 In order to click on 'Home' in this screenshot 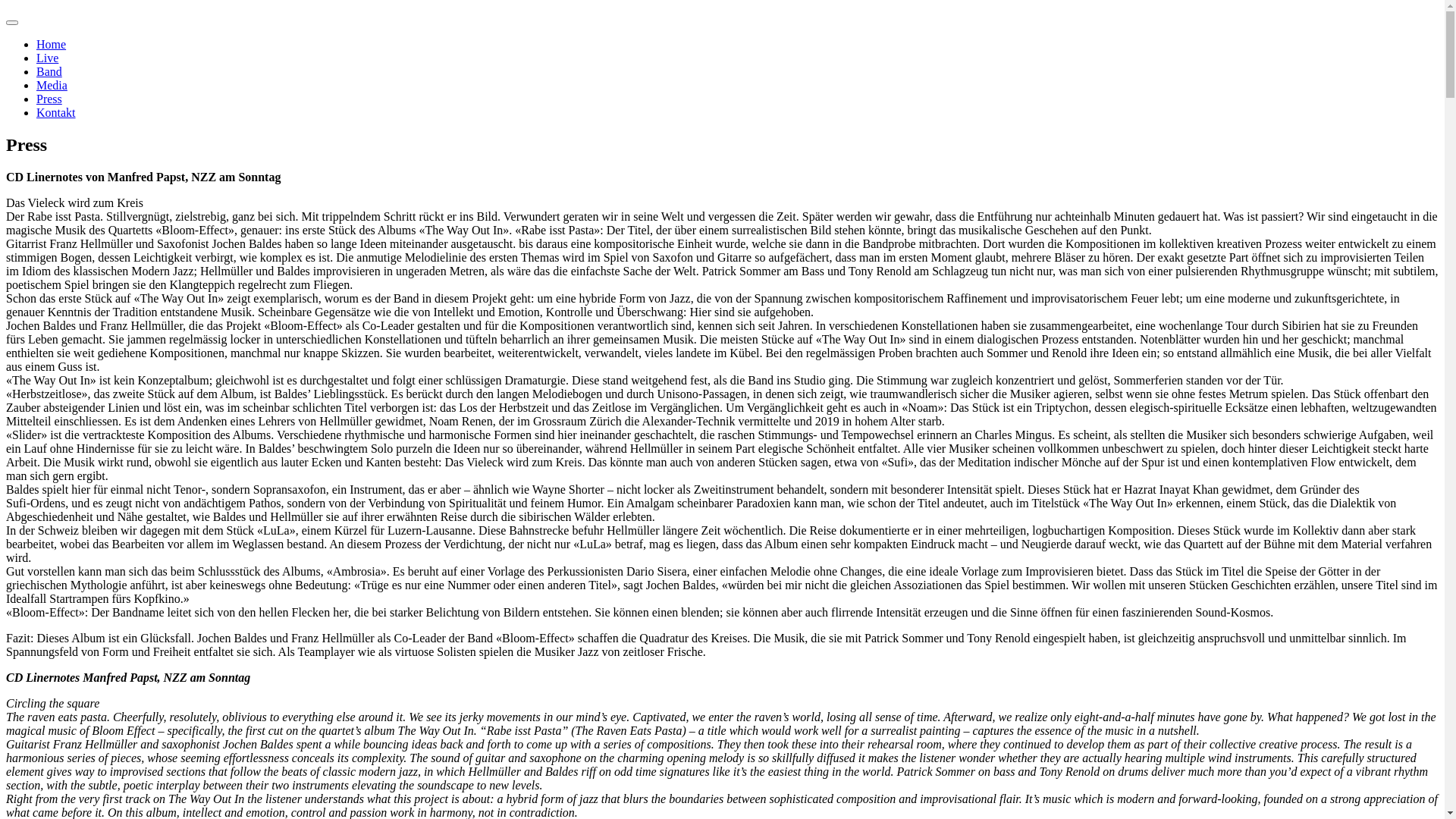, I will do `click(51, 43)`.